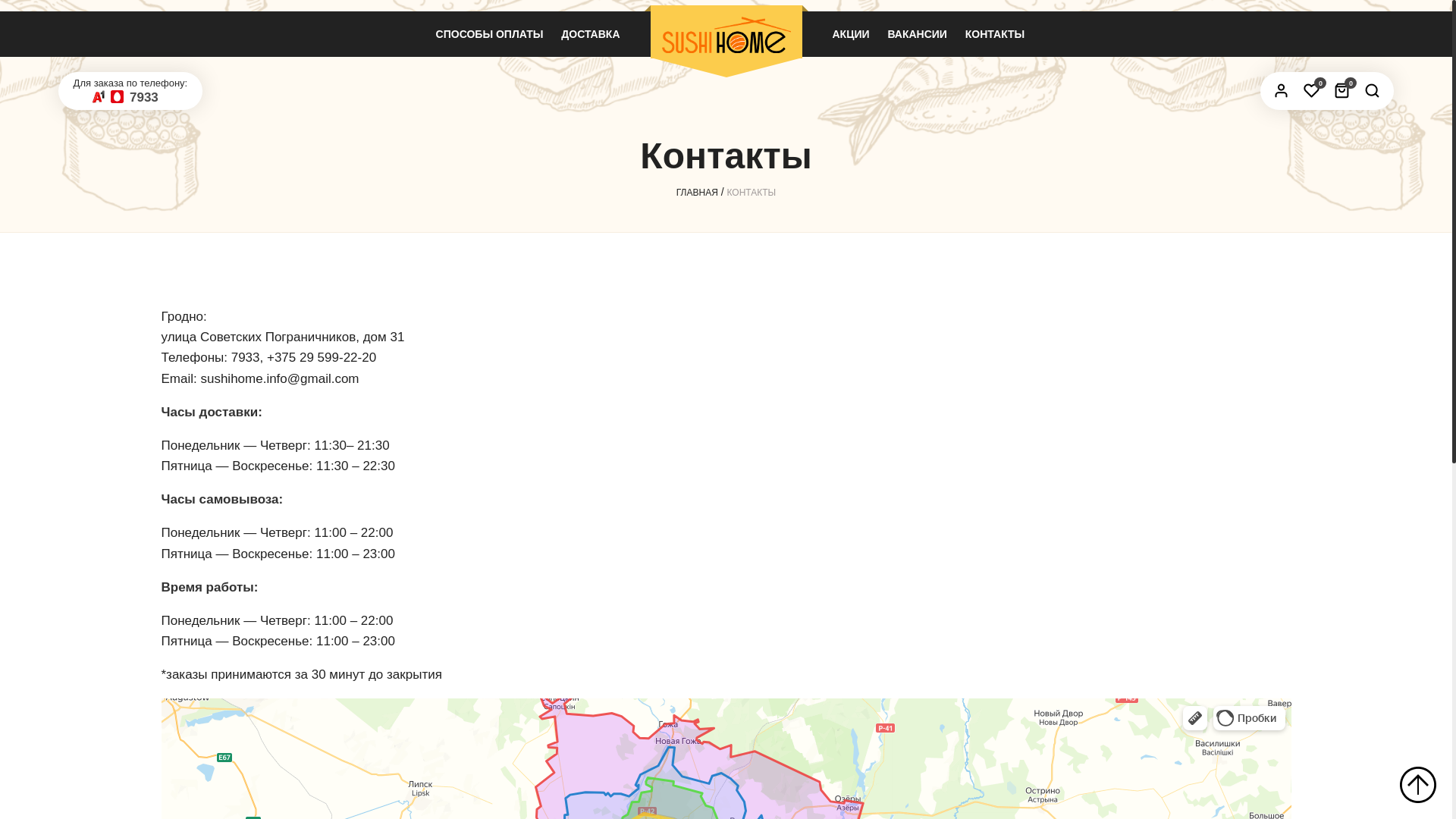 This screenshot has width=1456, height=819. Describe the element at coordinates (144, 97) in the screenshot. I see `'7933'` at that location.